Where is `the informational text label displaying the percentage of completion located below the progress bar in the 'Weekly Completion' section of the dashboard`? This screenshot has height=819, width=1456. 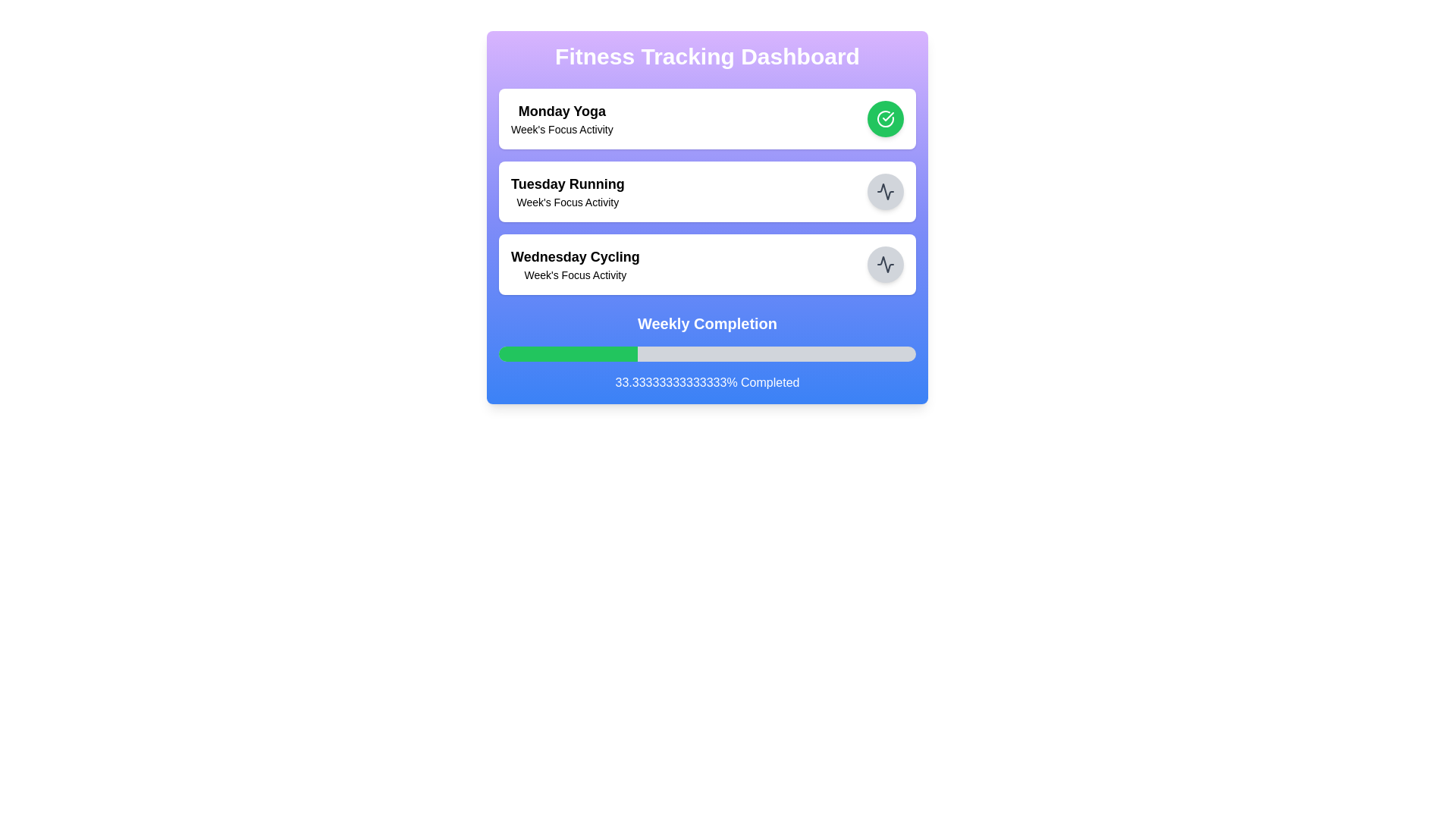 the informational text label displaying the percentage of completion located below the progress bar in the 'Weekly Completion' section of the dashboard is located at coordinates (706, 382).